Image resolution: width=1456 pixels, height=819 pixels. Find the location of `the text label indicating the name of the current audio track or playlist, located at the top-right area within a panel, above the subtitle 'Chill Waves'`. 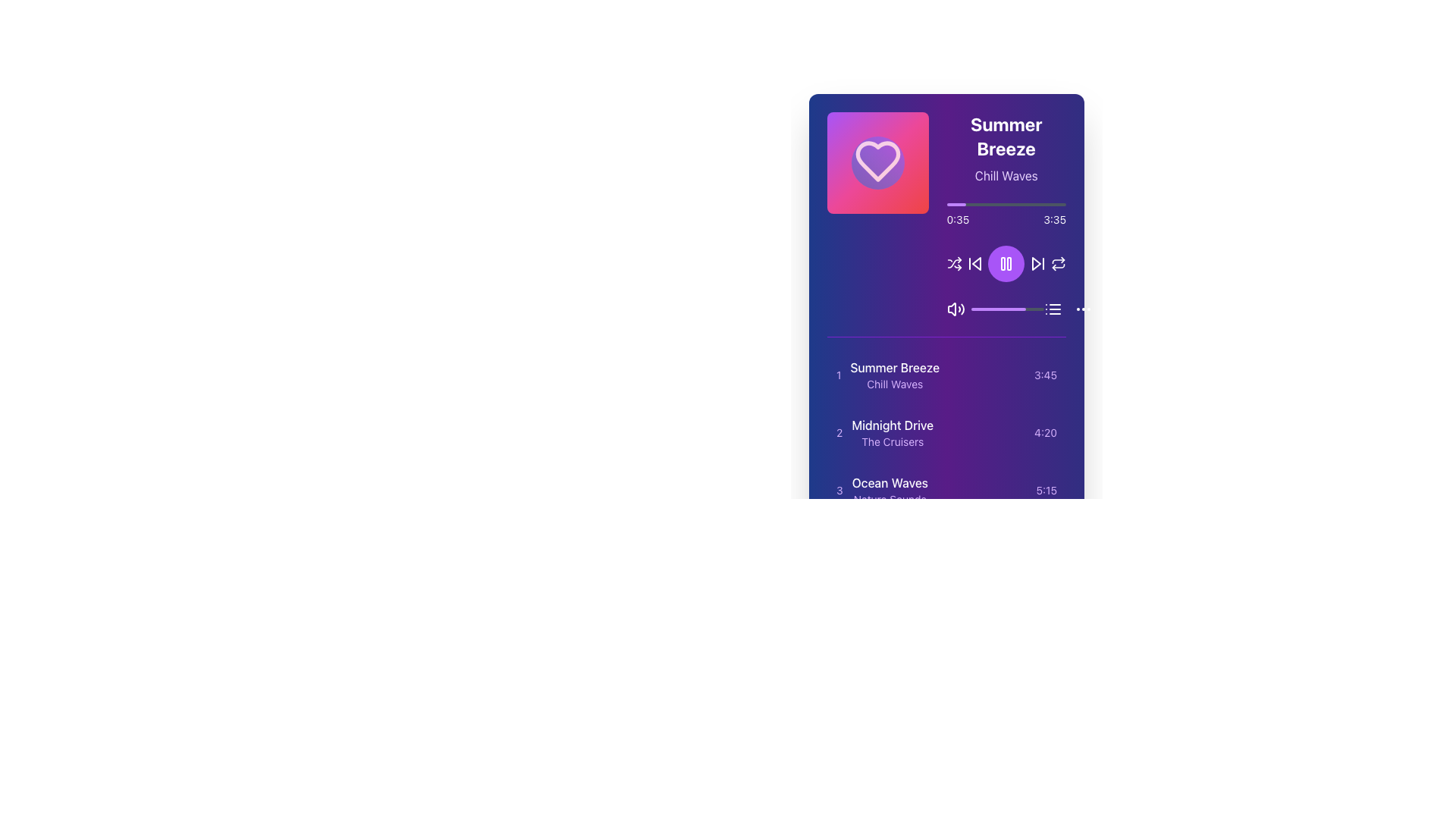

the text label indicating the name of the current audio track or playlist, located at the top-right area within a panel, above the subtitle 'Chill Waves' is located at coordinates (1006, 136).